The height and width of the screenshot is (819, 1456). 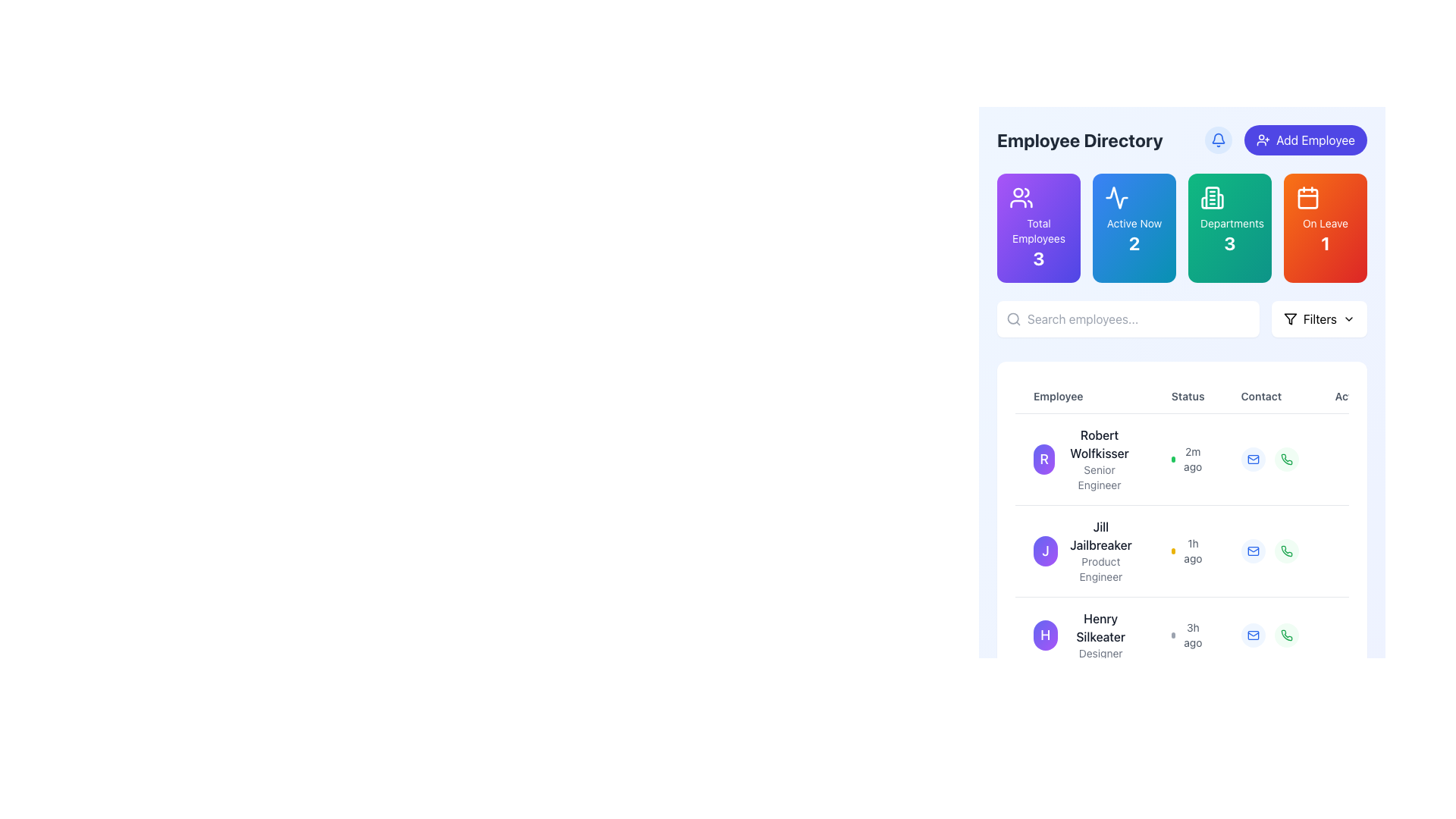 What do you see at coordinates (1354, 458) in the screenshot?
I see `the Interactive ellipsis button located in the 'Ac' column of the row for 'Robert Wolfkisser'` at bounding box center [1354, 458].